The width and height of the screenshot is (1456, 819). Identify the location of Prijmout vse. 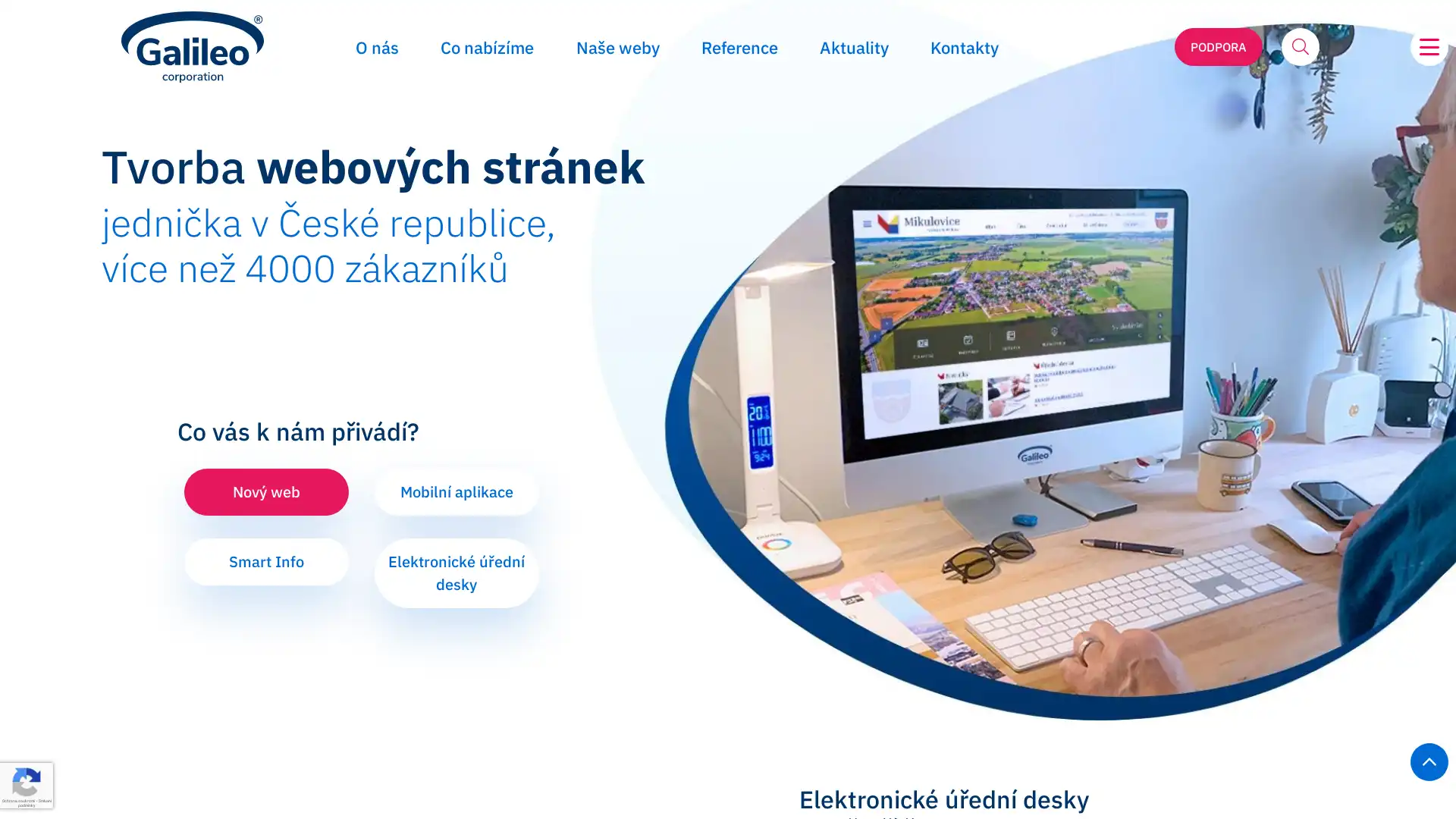
(1355, 755).